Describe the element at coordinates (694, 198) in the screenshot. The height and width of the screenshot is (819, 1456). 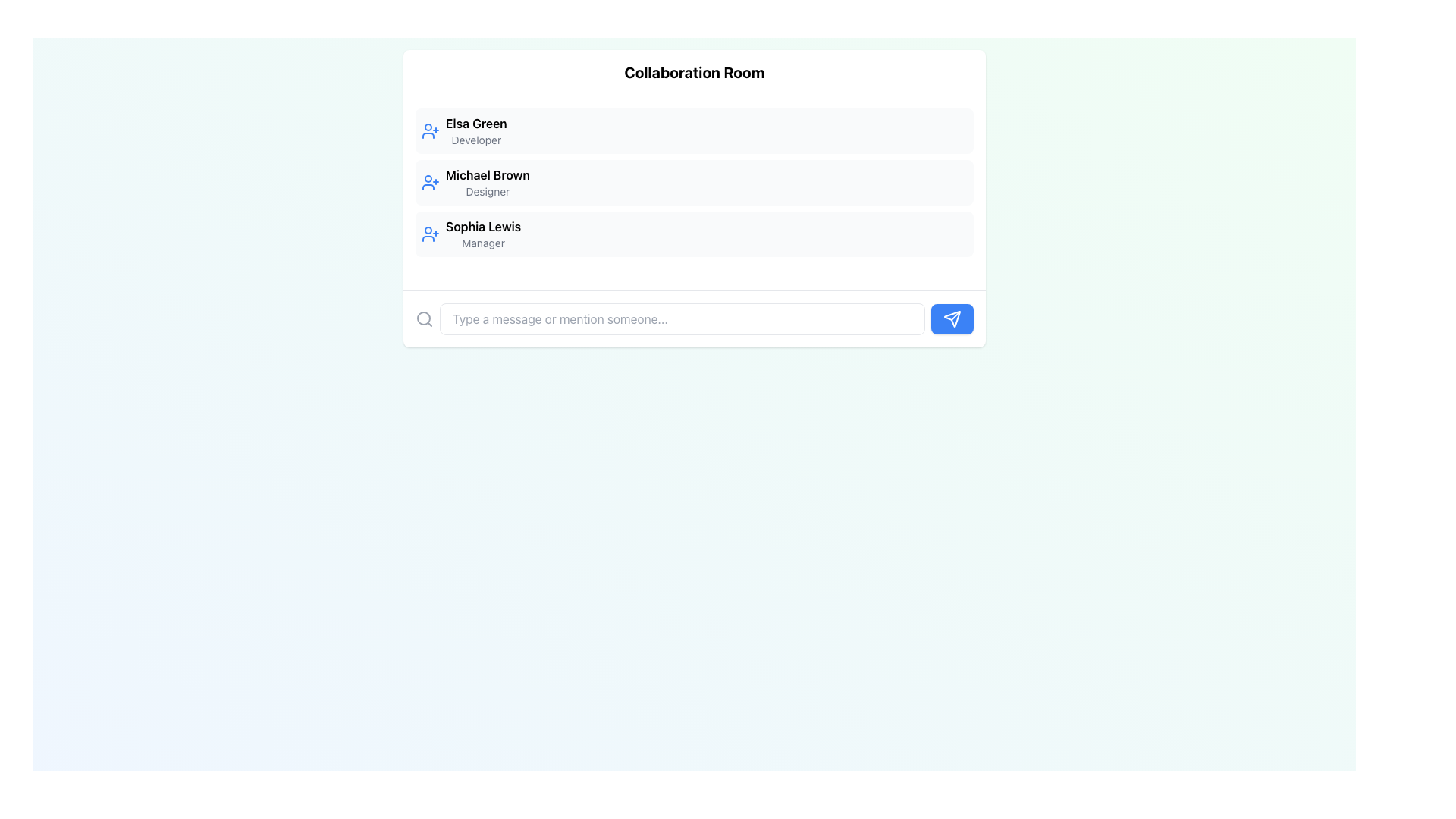
I see `the second user card in the 'Collaboration Room' section` at that location.